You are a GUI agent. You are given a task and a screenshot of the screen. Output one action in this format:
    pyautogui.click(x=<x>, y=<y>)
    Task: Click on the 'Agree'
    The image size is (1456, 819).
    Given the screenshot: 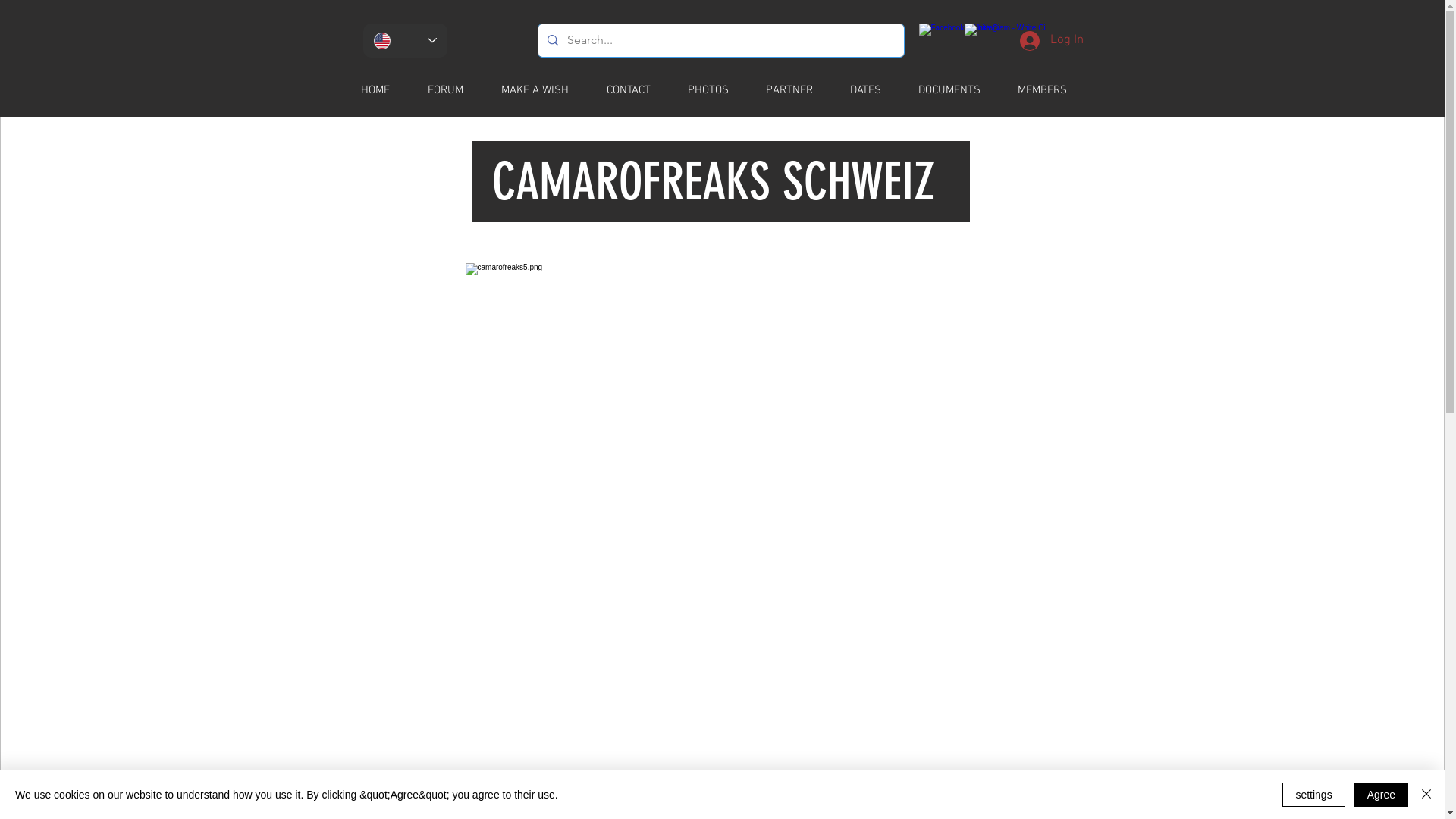 What is the action you would take?
    pyautogui.click(x=1381, y=794)
    